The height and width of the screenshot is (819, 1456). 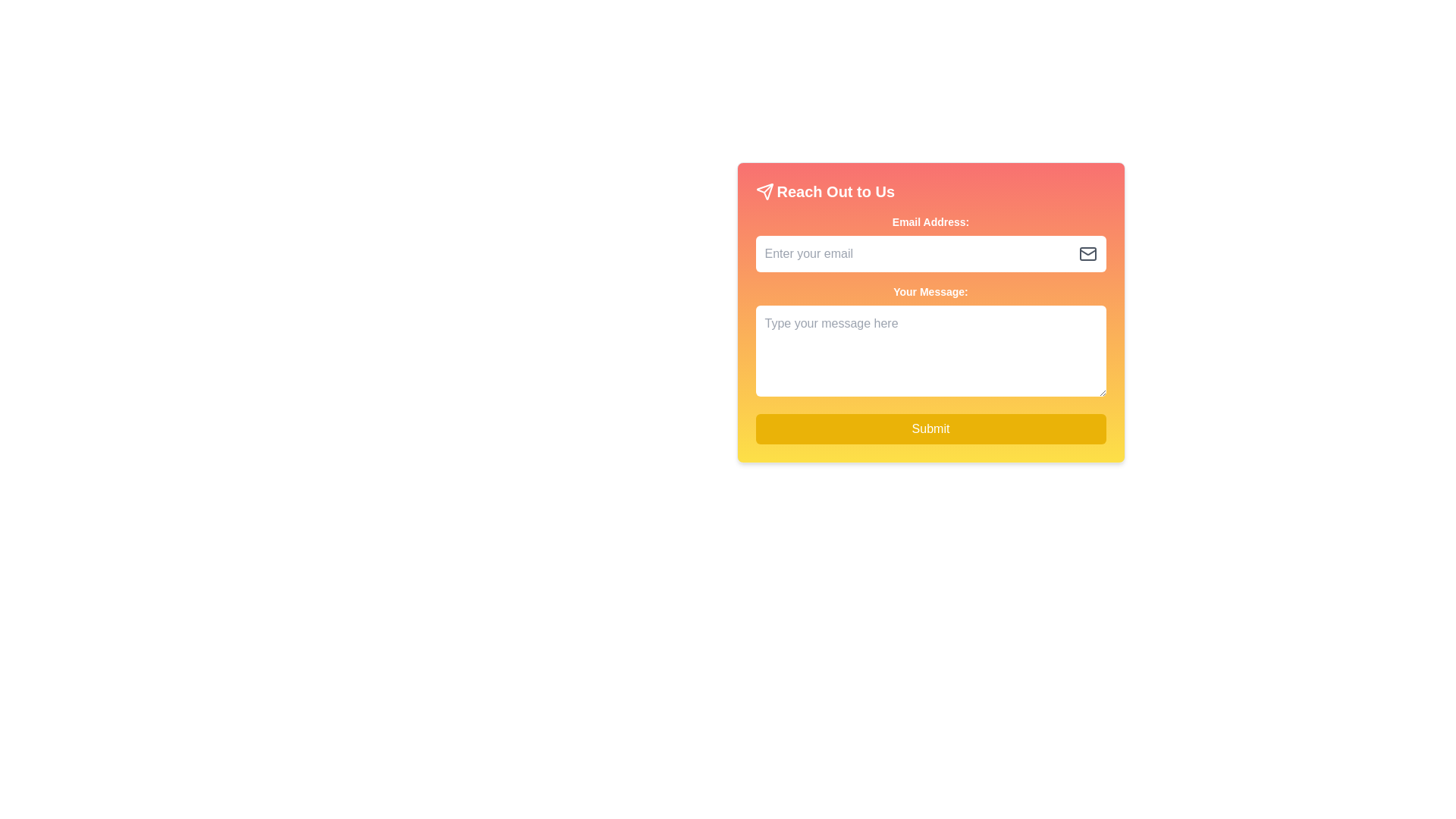 I want to click on the email input field indicator icon located at the top-right corner of the 'Email Address:' input field in the 'Reach Out to Us' section, so click(x=1087, y=253).